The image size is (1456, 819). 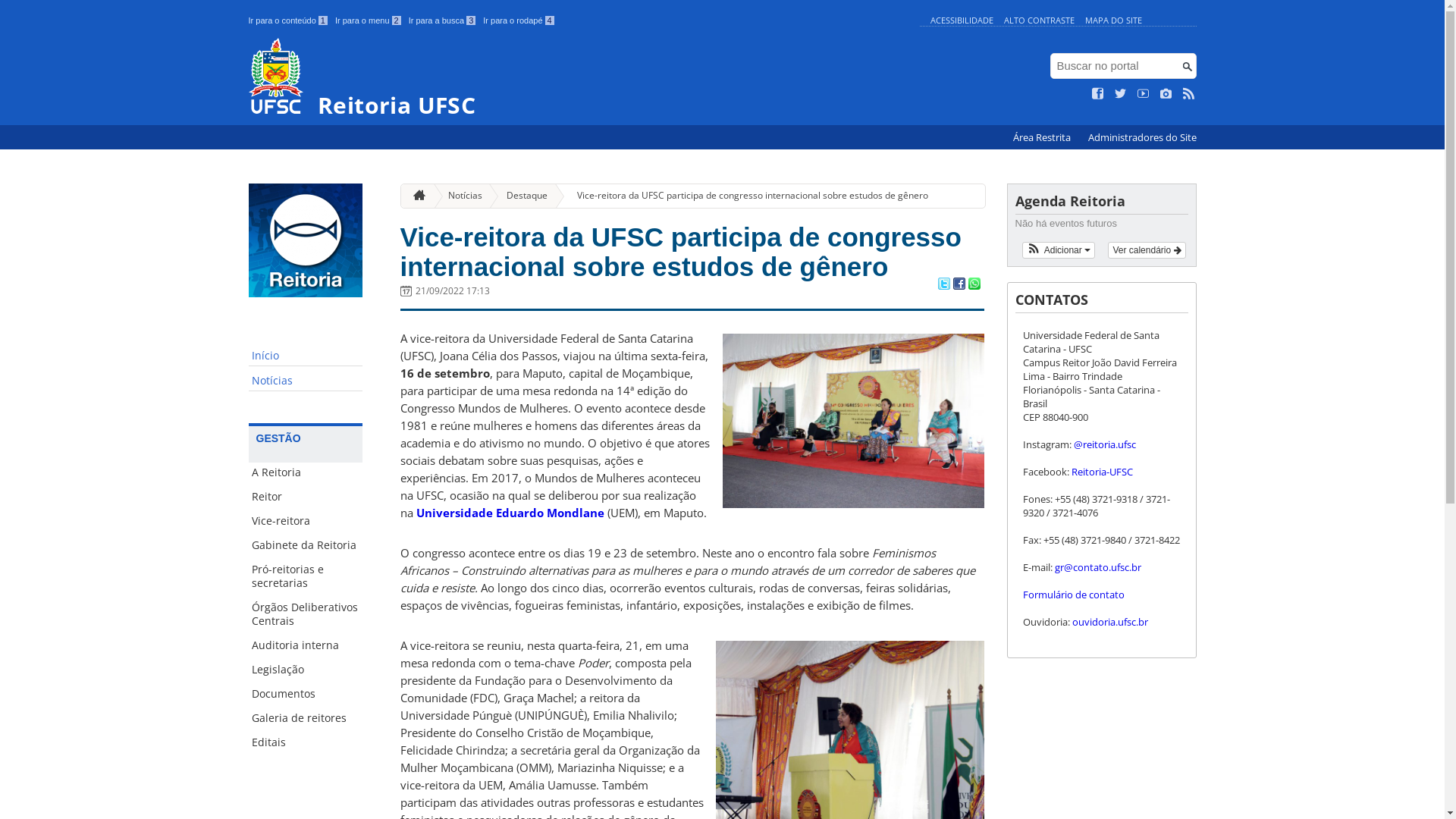 What do you see at coordinates (1110, 622) in the screenshot?
I see `'ouvidoria.ufsc.br'` at bounding box center [1110, 622].